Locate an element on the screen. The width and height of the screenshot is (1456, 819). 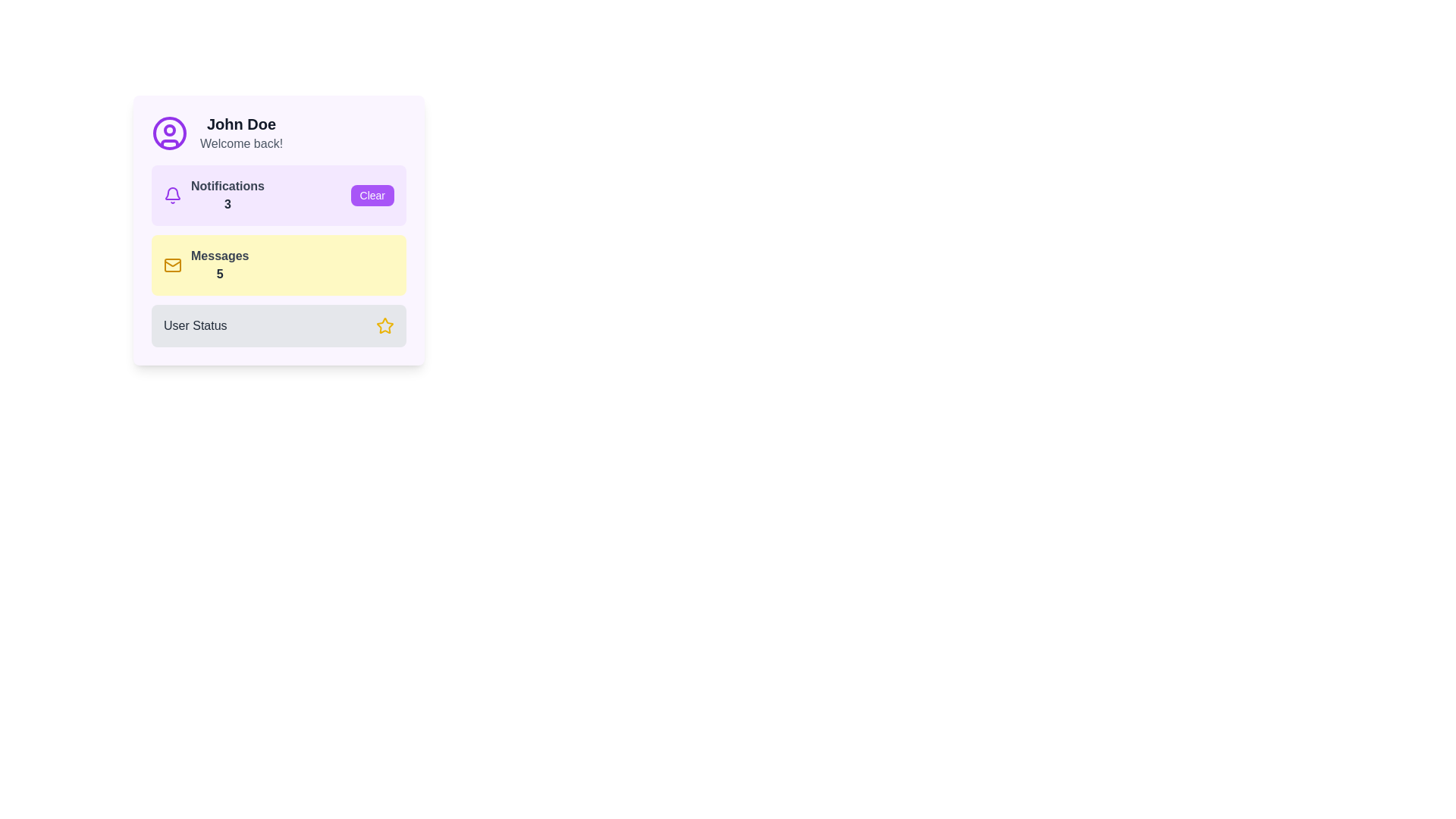
the clear notifications button located at the far right of the 'Notifications' section to change its color is located at coordinates (372, 195).